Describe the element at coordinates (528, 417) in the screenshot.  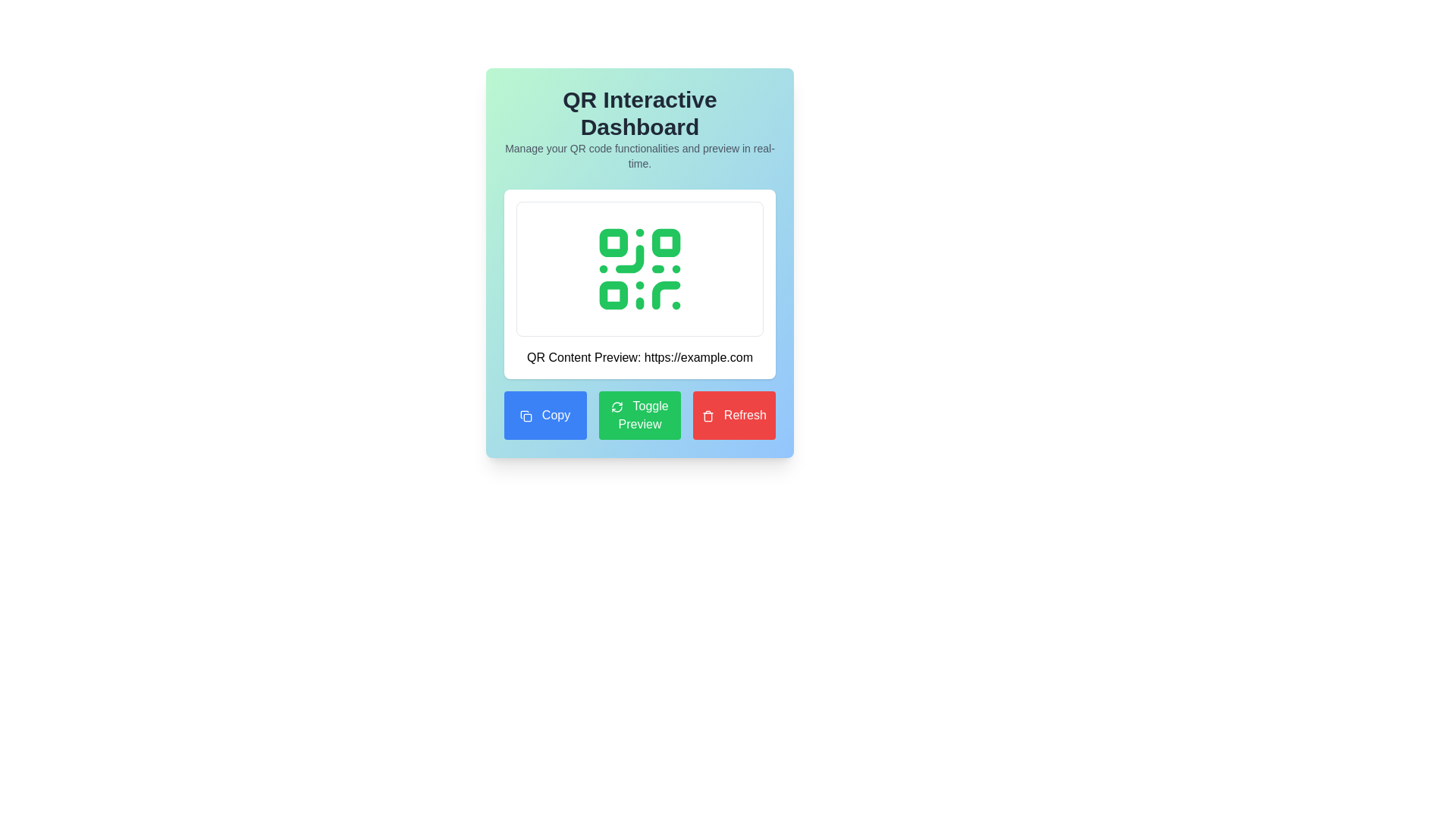
I see `the graphical icon located in the bottom left corner of the UI, which serves as a button for copying functionality` at that location.